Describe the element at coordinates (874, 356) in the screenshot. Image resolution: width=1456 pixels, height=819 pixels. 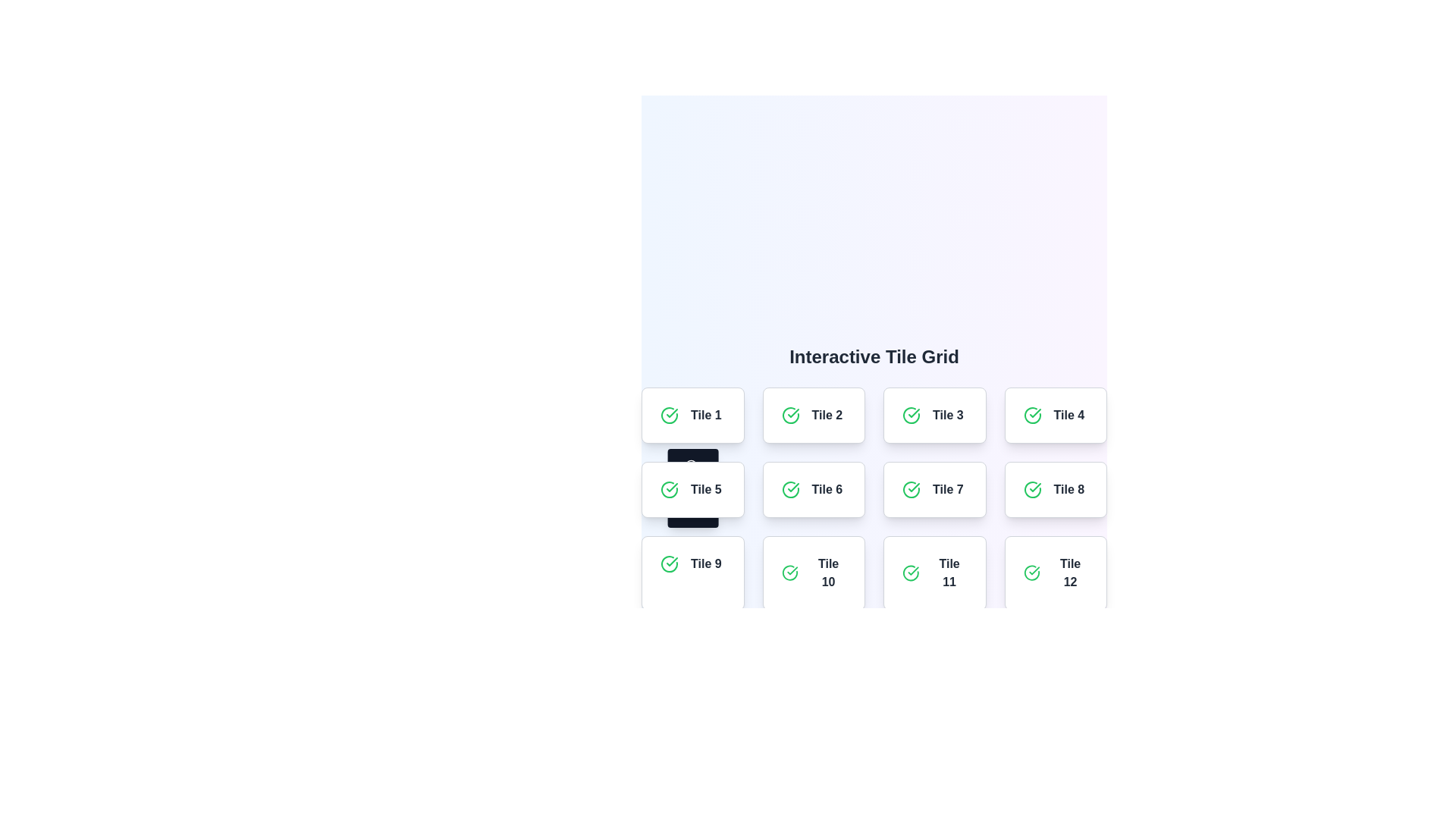
I see `prominent text header labeled 'Interactive Tile Grid' that serves as a title for the grid layout` at that location.